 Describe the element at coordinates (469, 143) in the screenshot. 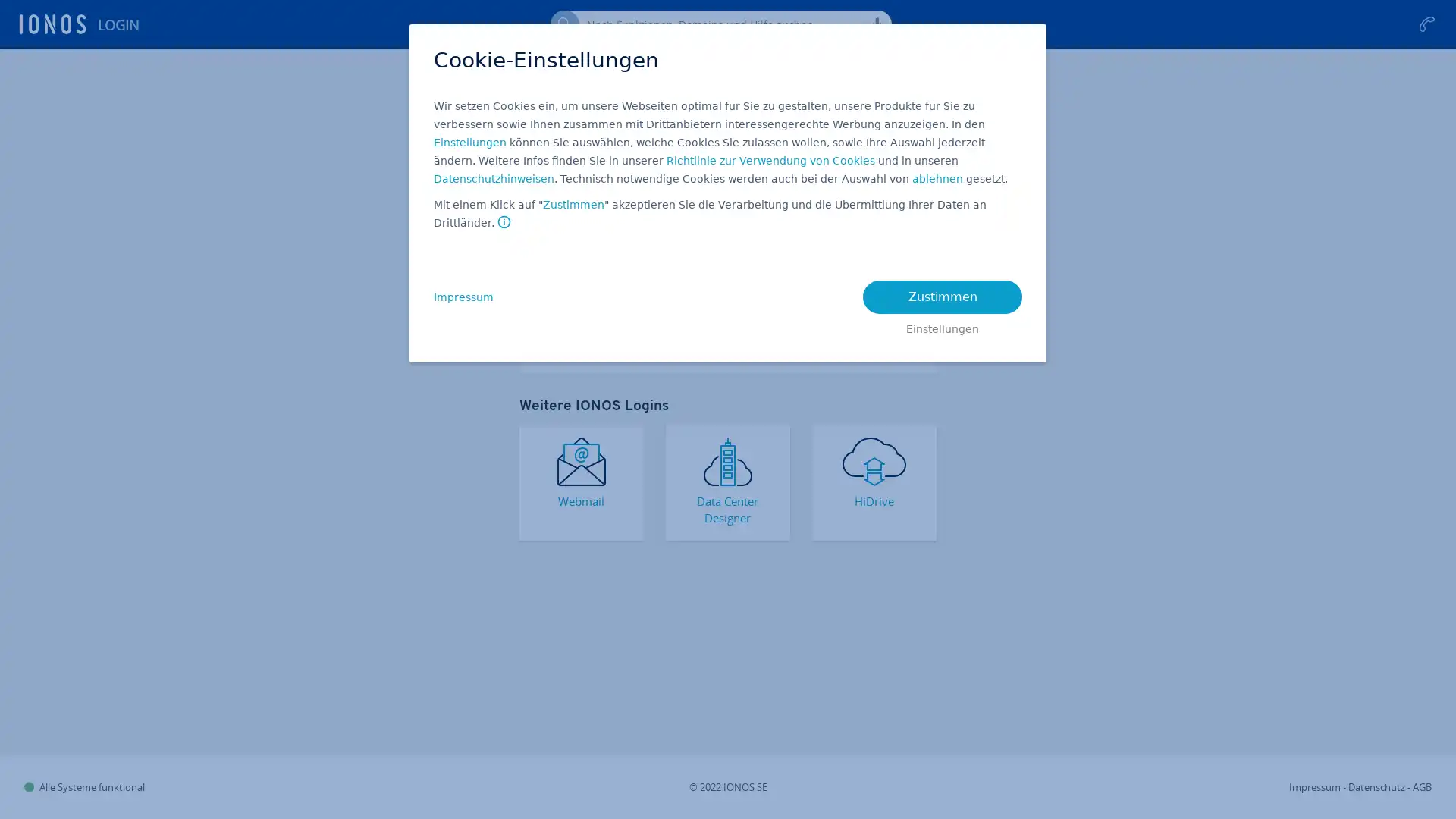

I see `Einstellungen` at that location.